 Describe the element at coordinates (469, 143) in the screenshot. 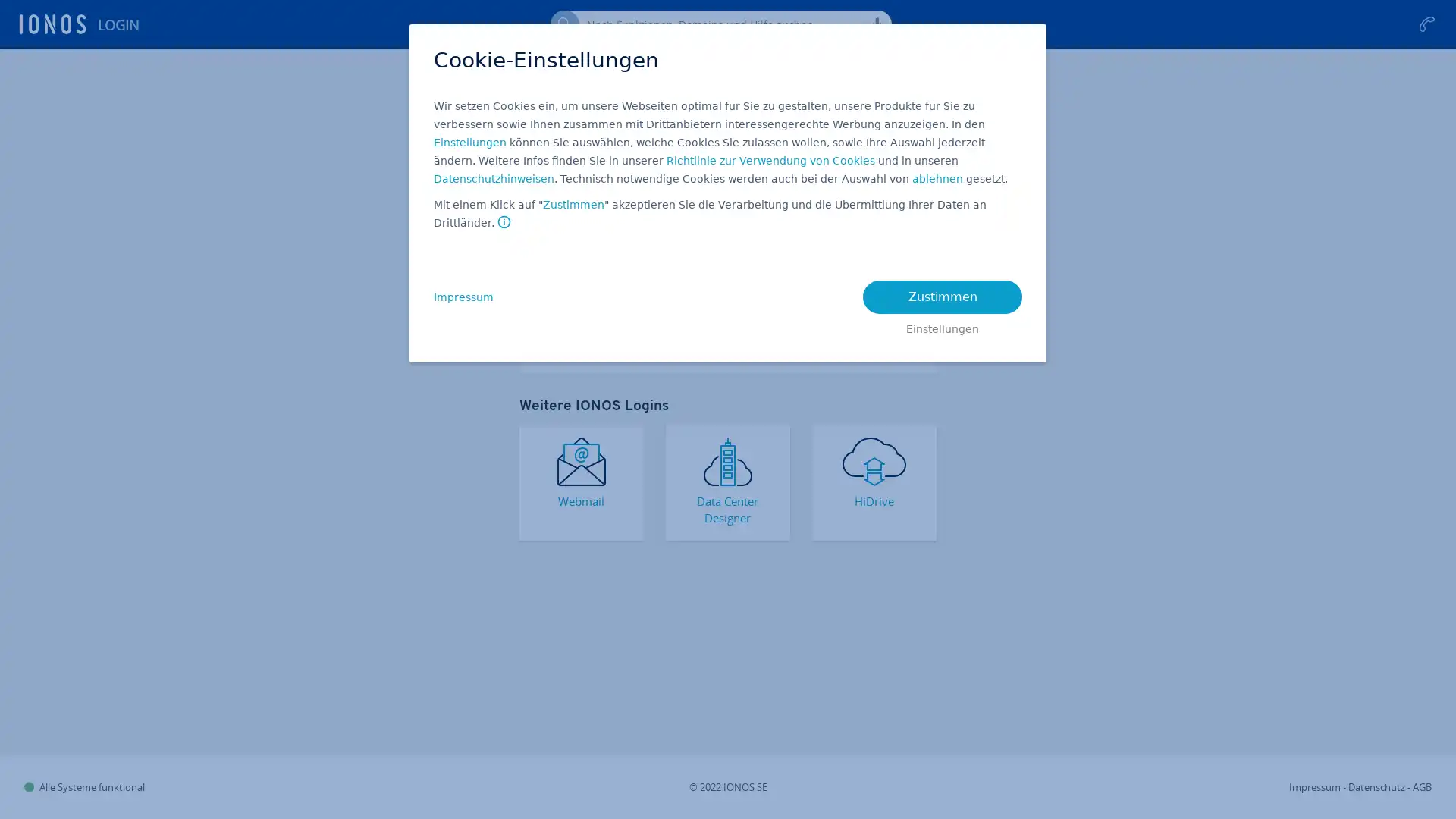

I see `Einstellungen` at that location.